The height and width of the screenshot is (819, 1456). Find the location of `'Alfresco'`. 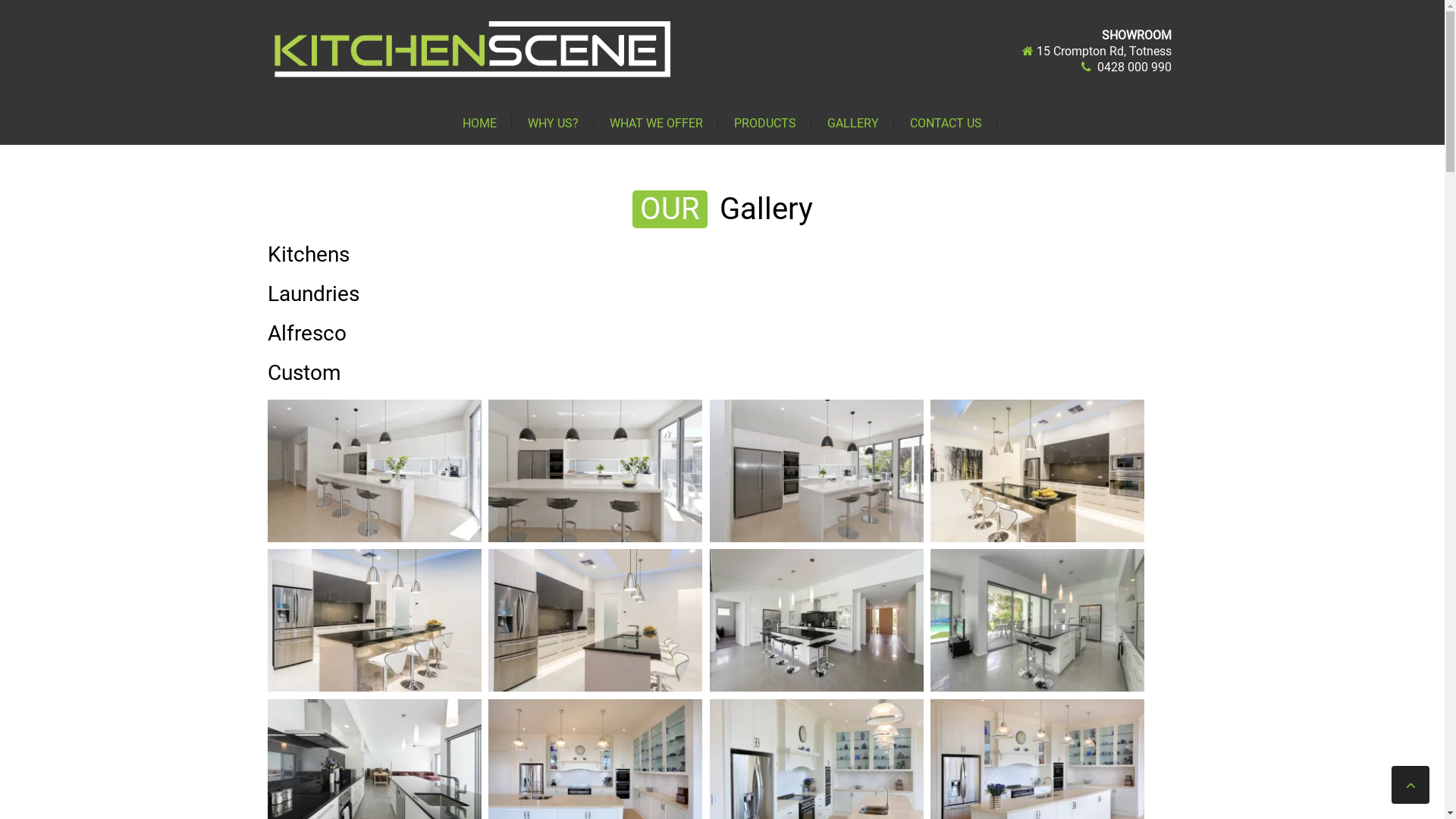

'Alfresco' is located at coordinates (305, 332).